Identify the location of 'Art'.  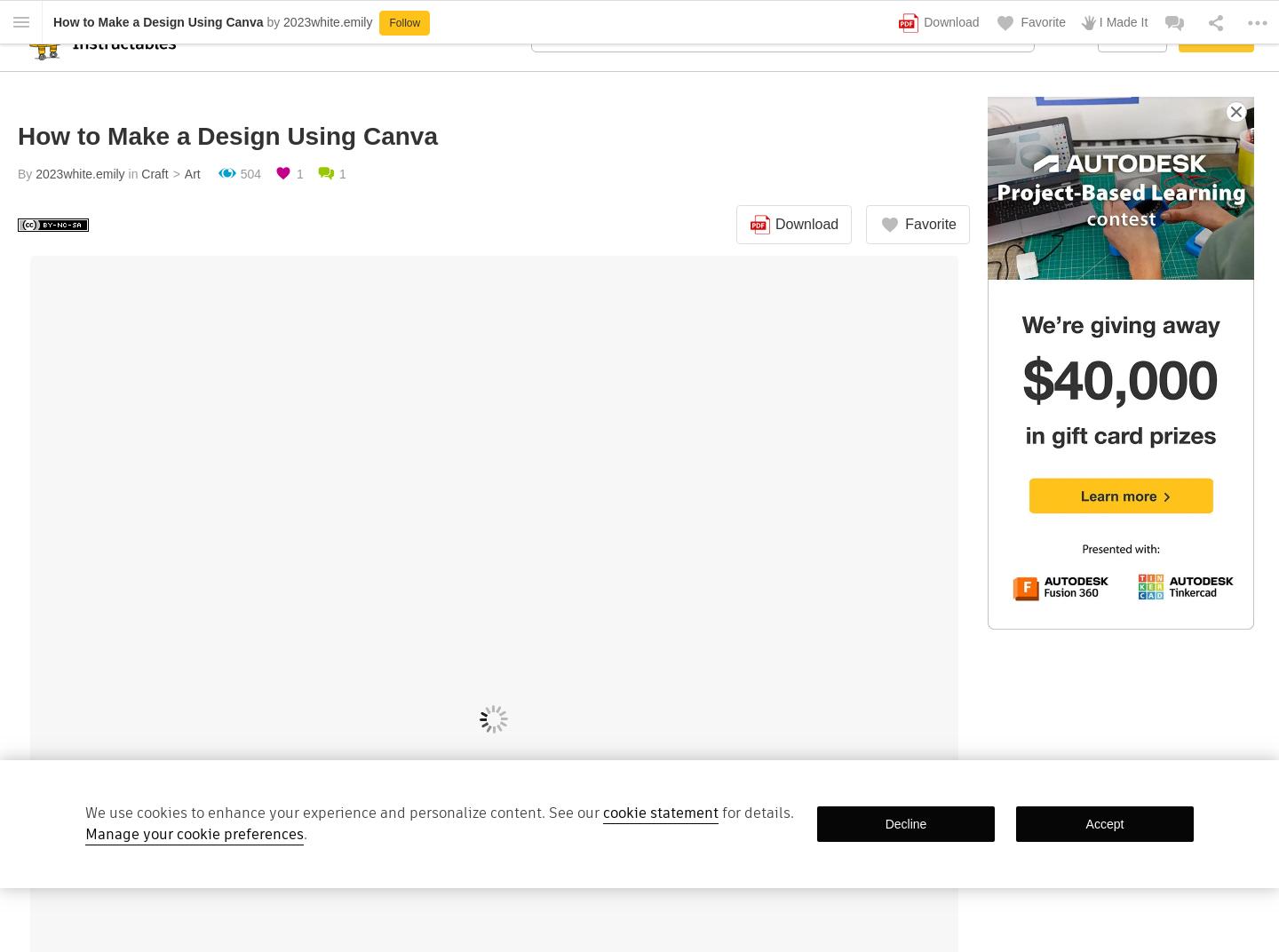
(192, 172).